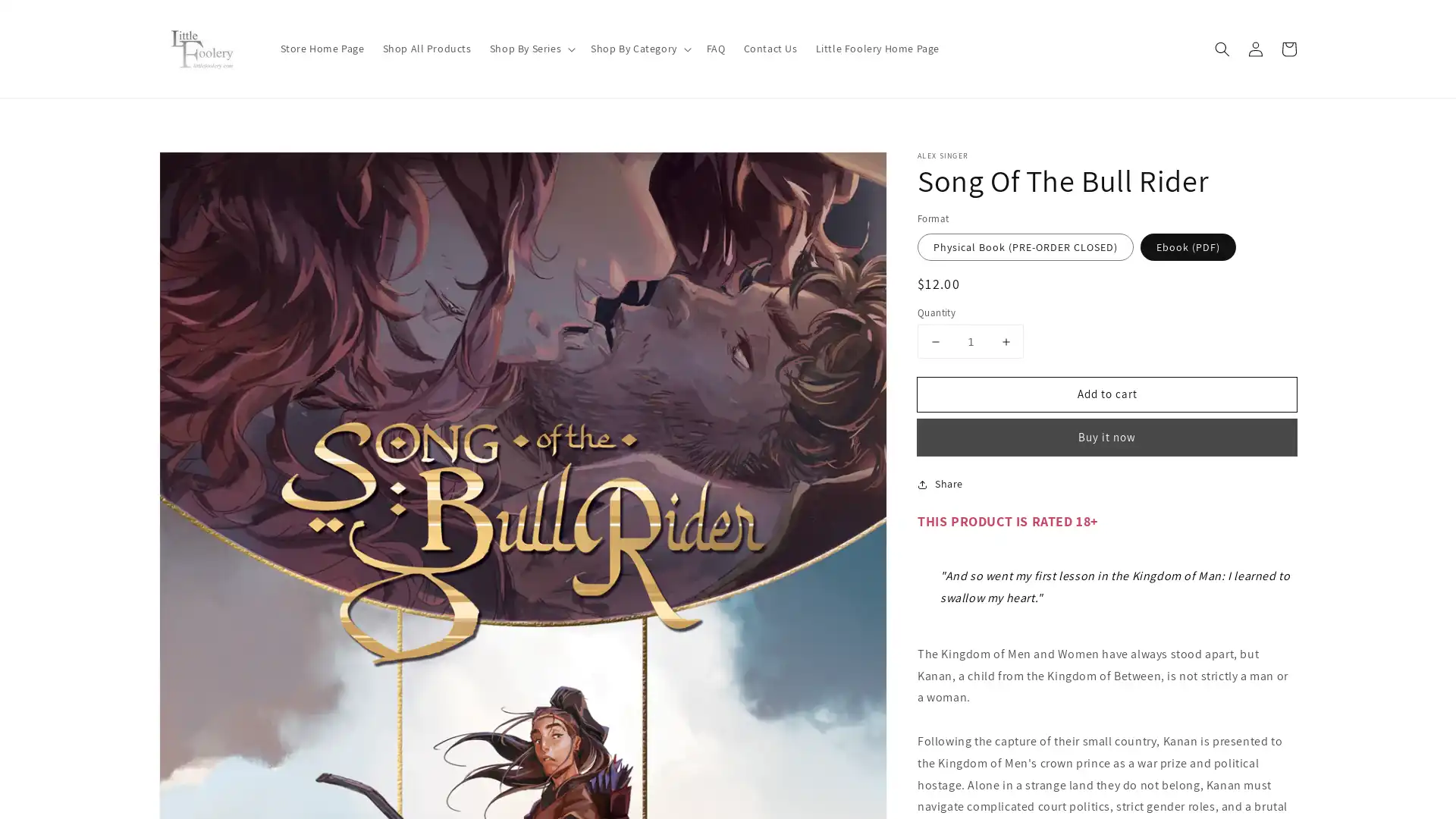 Image resolution: width=1456 pixels, height=819 pixels. What do you see at coordinates (1106, 394) in the screenshot?
I see `Add to cart` at bounding box center [1106, 394].